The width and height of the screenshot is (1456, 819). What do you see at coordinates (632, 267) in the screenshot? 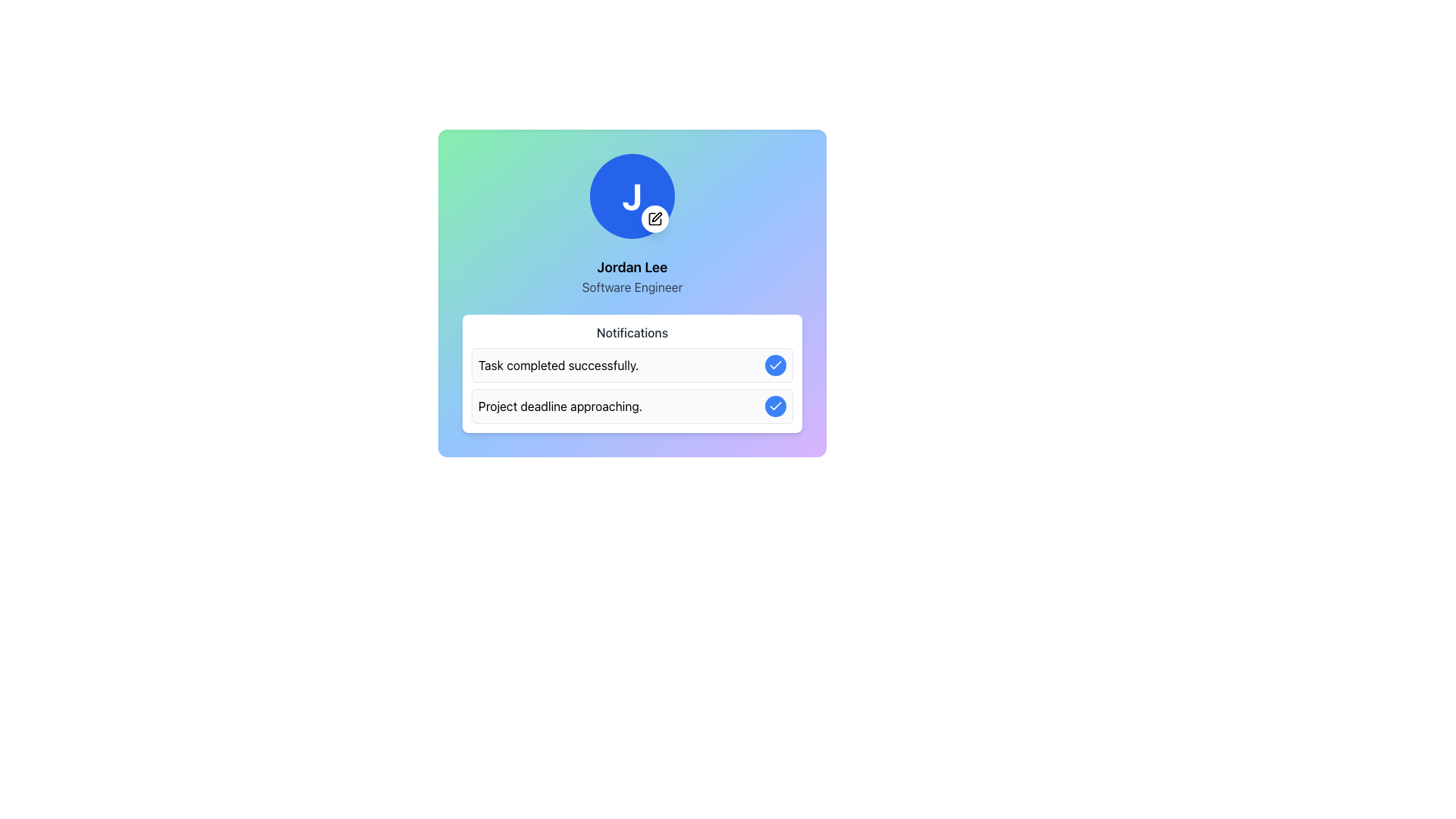
I see `the user name Text label located at the center of the interface, positioned above the 'Software Engineer' text` at bounding box center [632, 267].